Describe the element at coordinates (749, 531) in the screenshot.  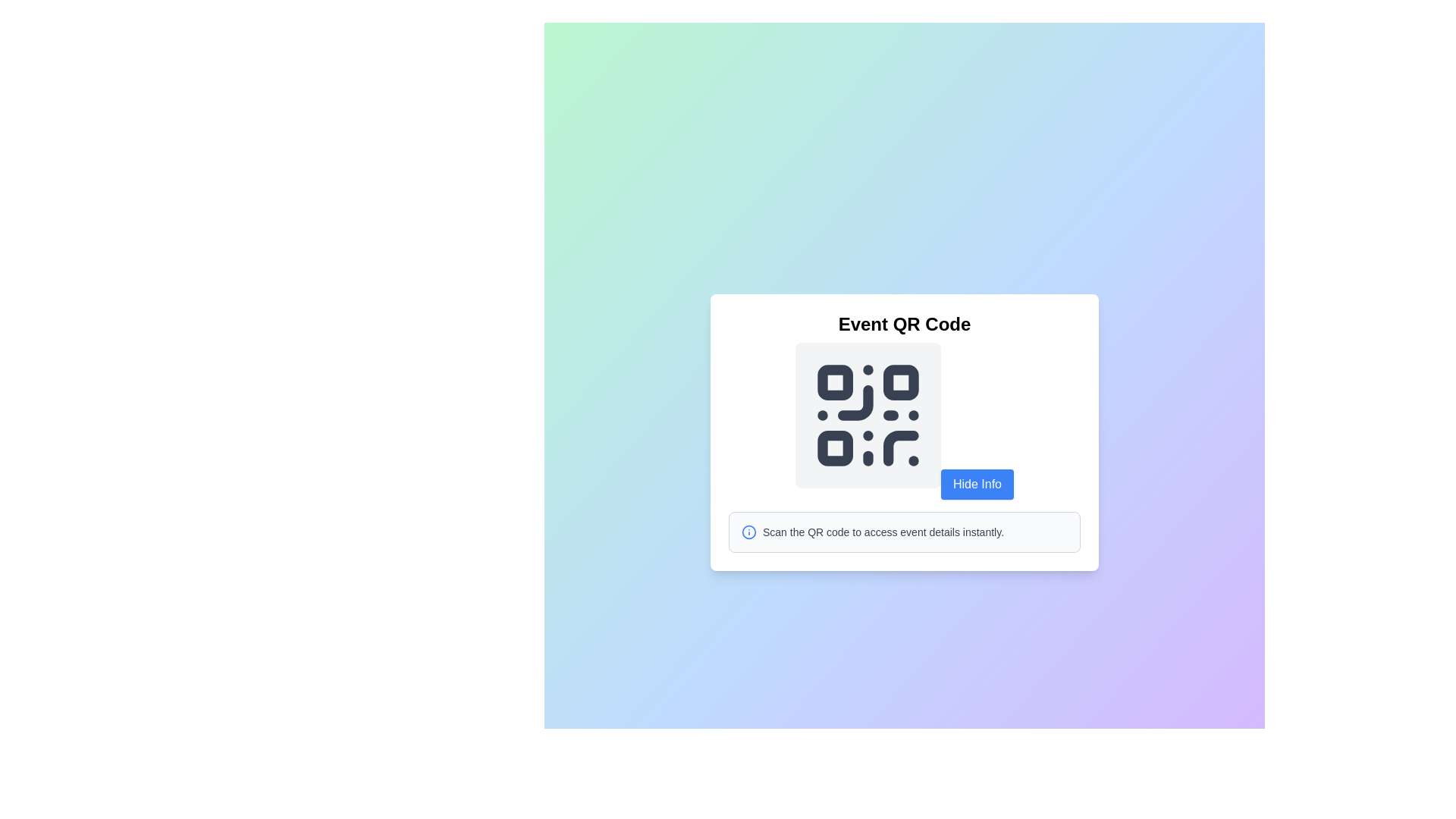
I see `the information icon located to the left of the text 'Scan the QR code` at that location.